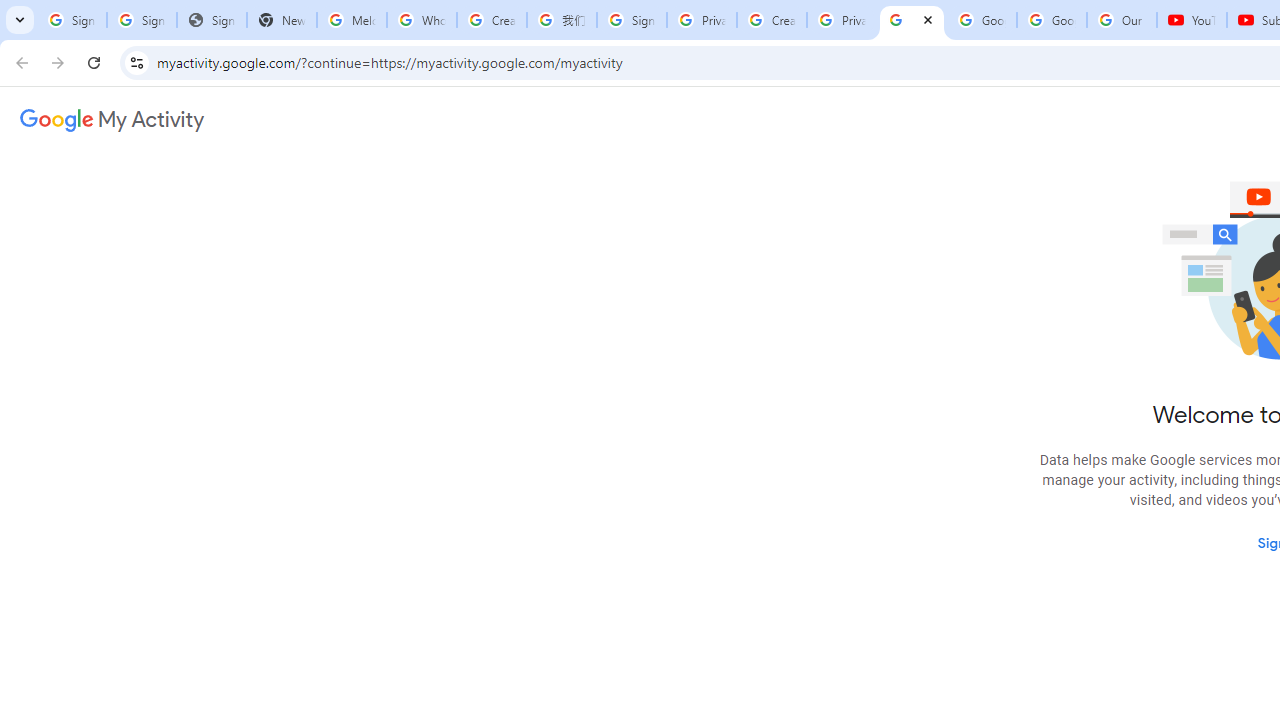 The width and height of the screenshot is (1280, 720). What do you see at coordinates (771, 20) in the screenshot?
I see `'Create your Google Account'` at bounding box center [771, 20].